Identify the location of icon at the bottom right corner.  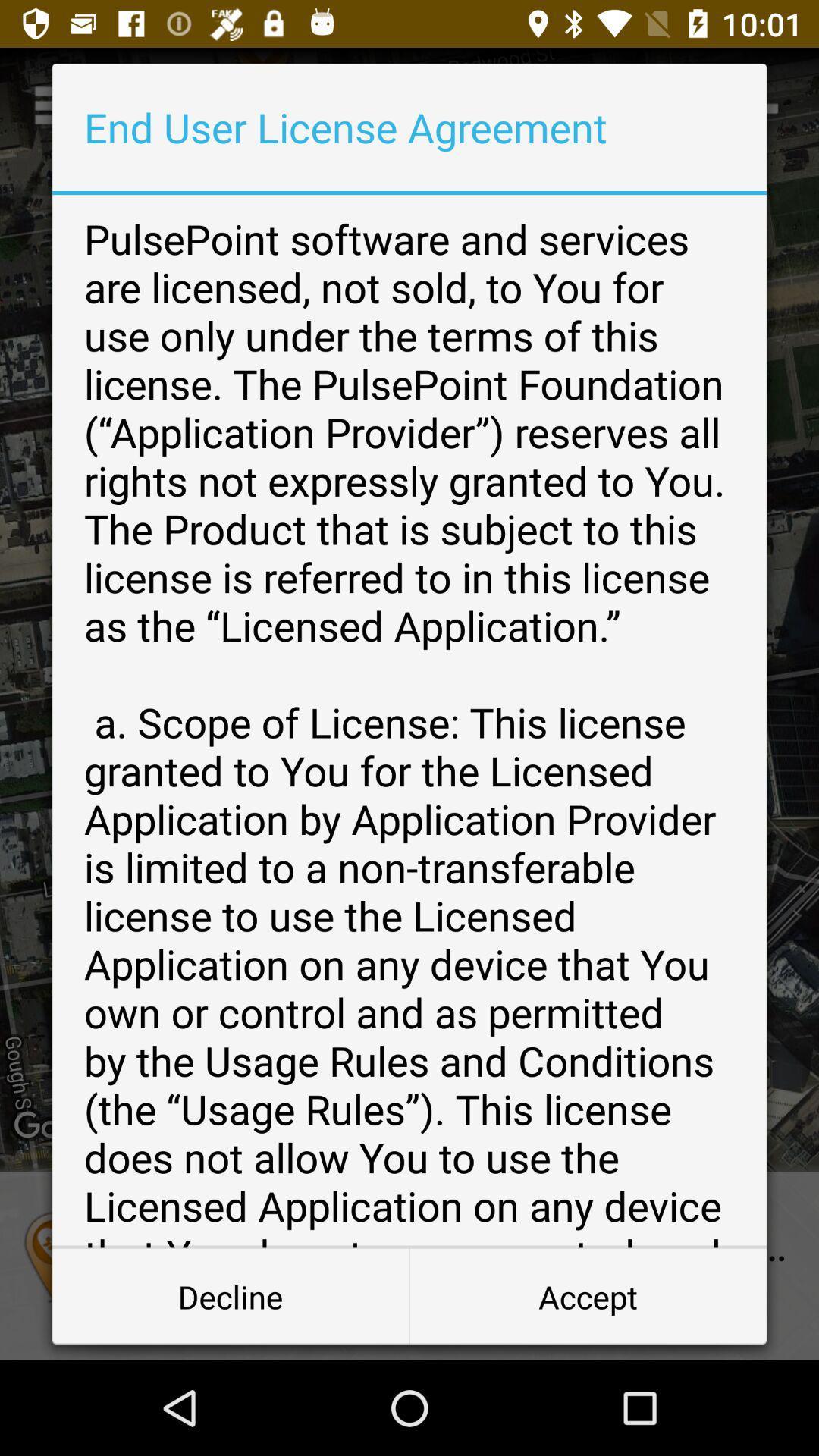
(587, 1295).